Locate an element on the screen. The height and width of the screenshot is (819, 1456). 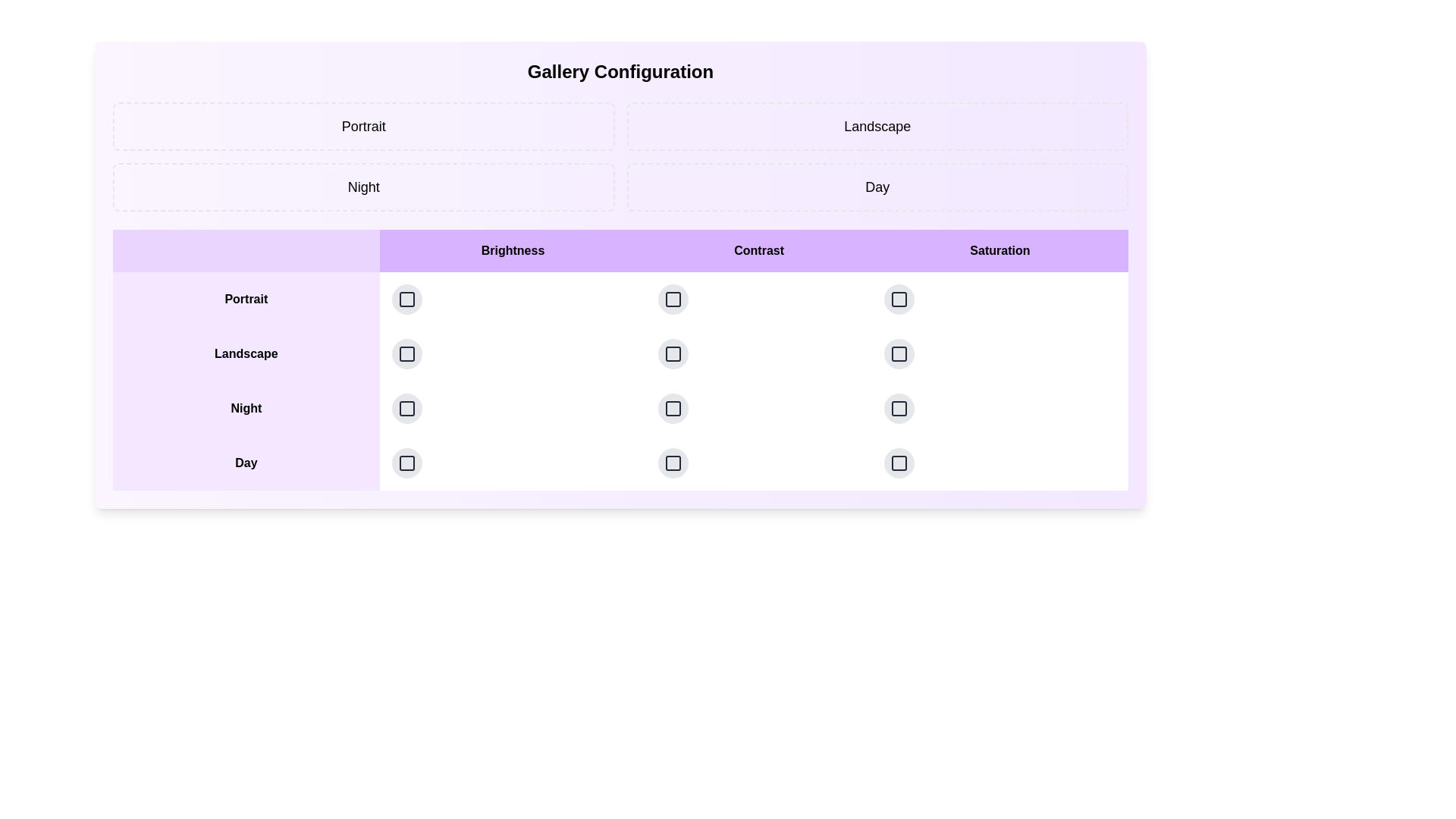
the Checkbox in the 'Portrait' row under the 'Contrast' column is located at coordinates (759, 299).